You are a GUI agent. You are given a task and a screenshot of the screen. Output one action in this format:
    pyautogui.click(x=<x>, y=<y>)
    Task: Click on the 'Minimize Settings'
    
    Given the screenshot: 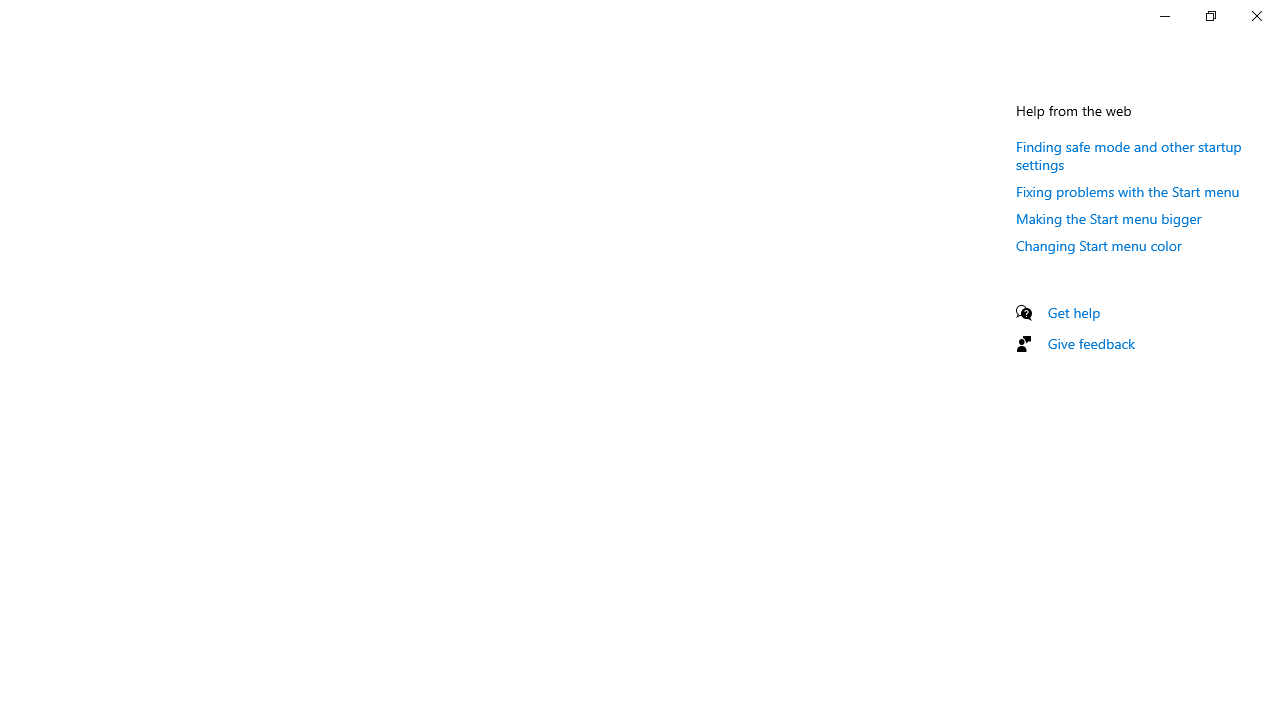 What is the action you would take?
    pyautogui.click(x=1164, y=15)
    